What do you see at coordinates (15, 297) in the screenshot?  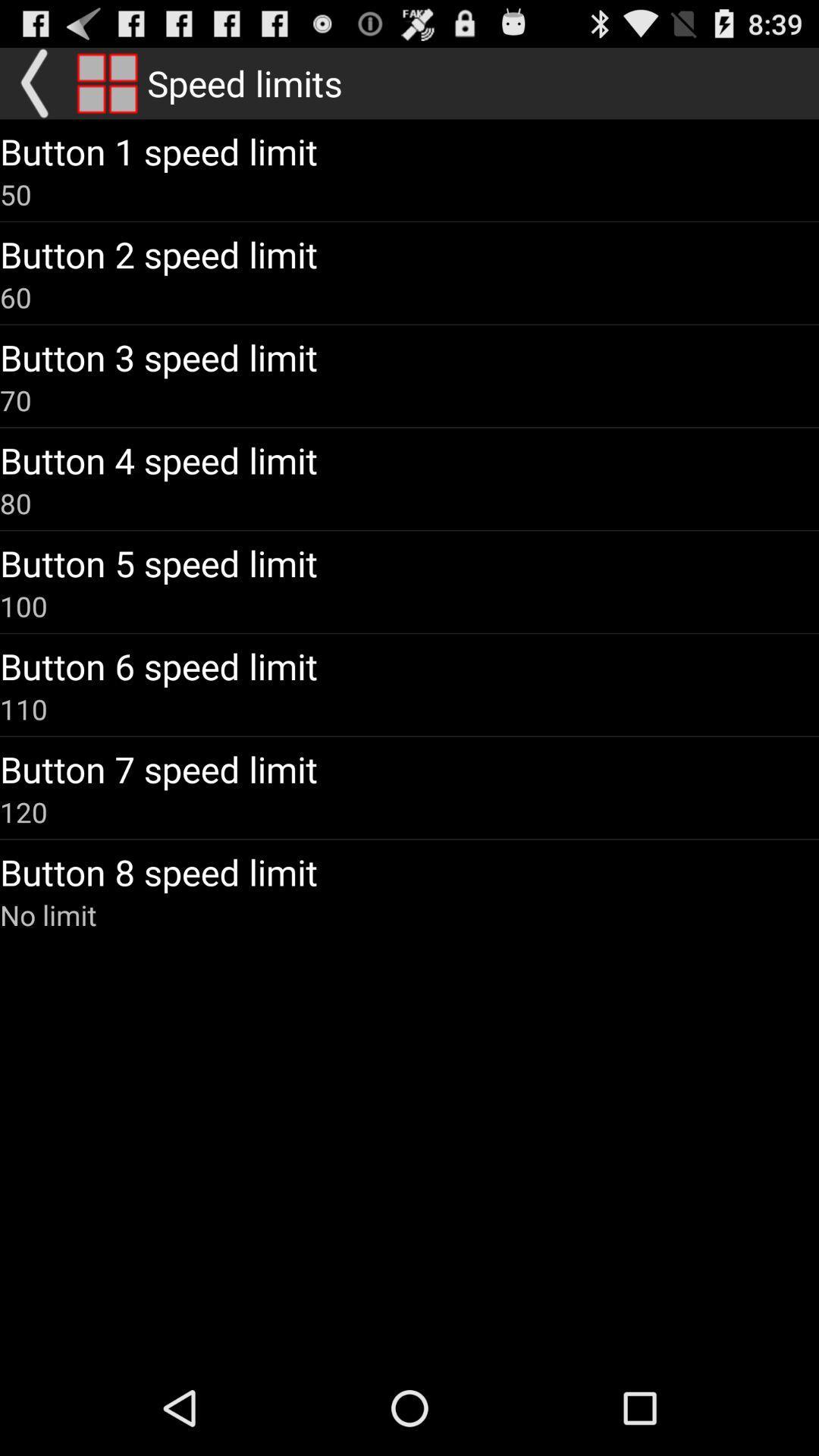 I see `the 60 item` at bounding box center [15, 297].